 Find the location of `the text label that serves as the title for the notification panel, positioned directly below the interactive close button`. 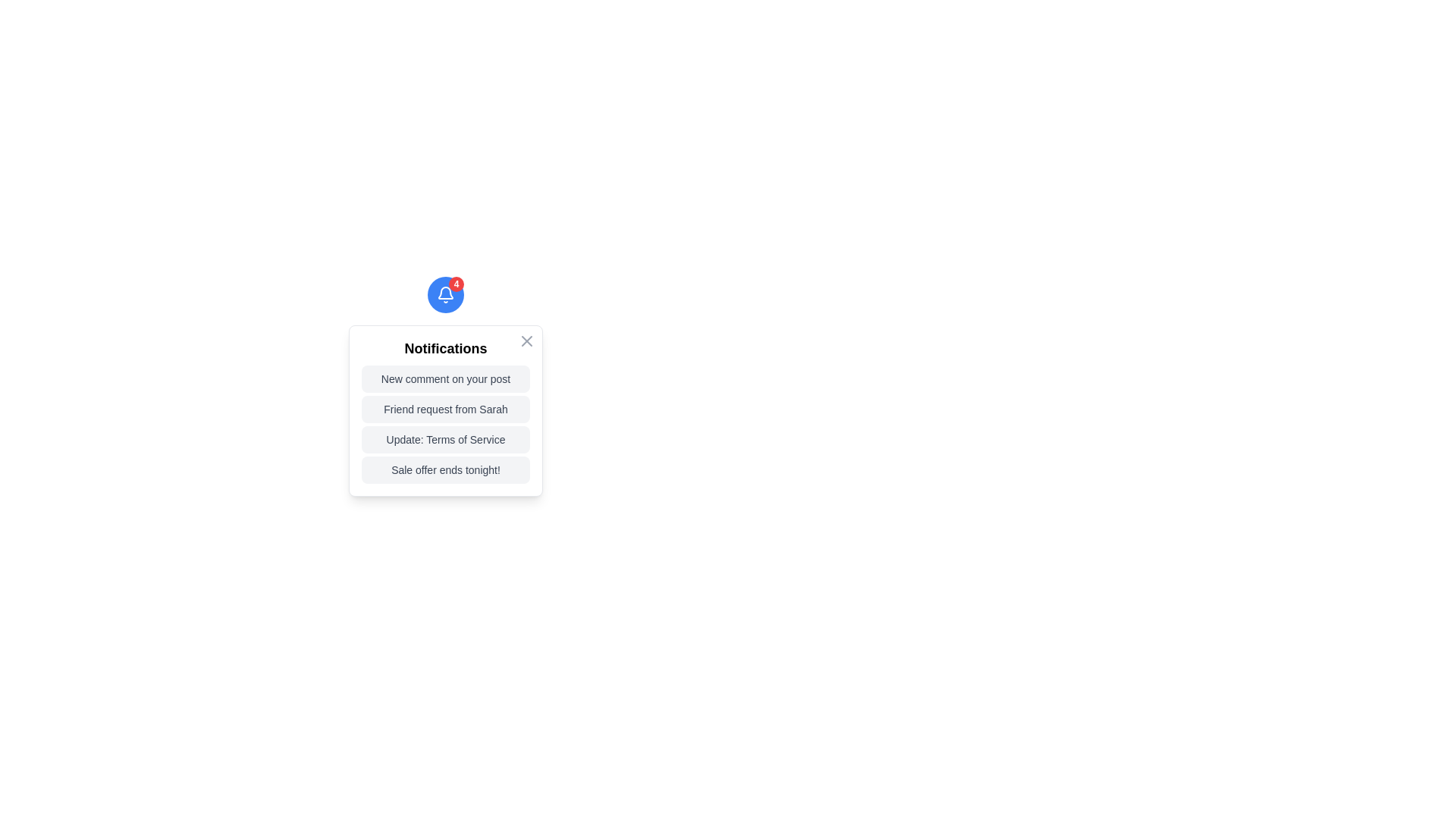

the text label that serves as the title for the notification panel, positioned directly below the interactive close button is located at coordinates (445, 348).